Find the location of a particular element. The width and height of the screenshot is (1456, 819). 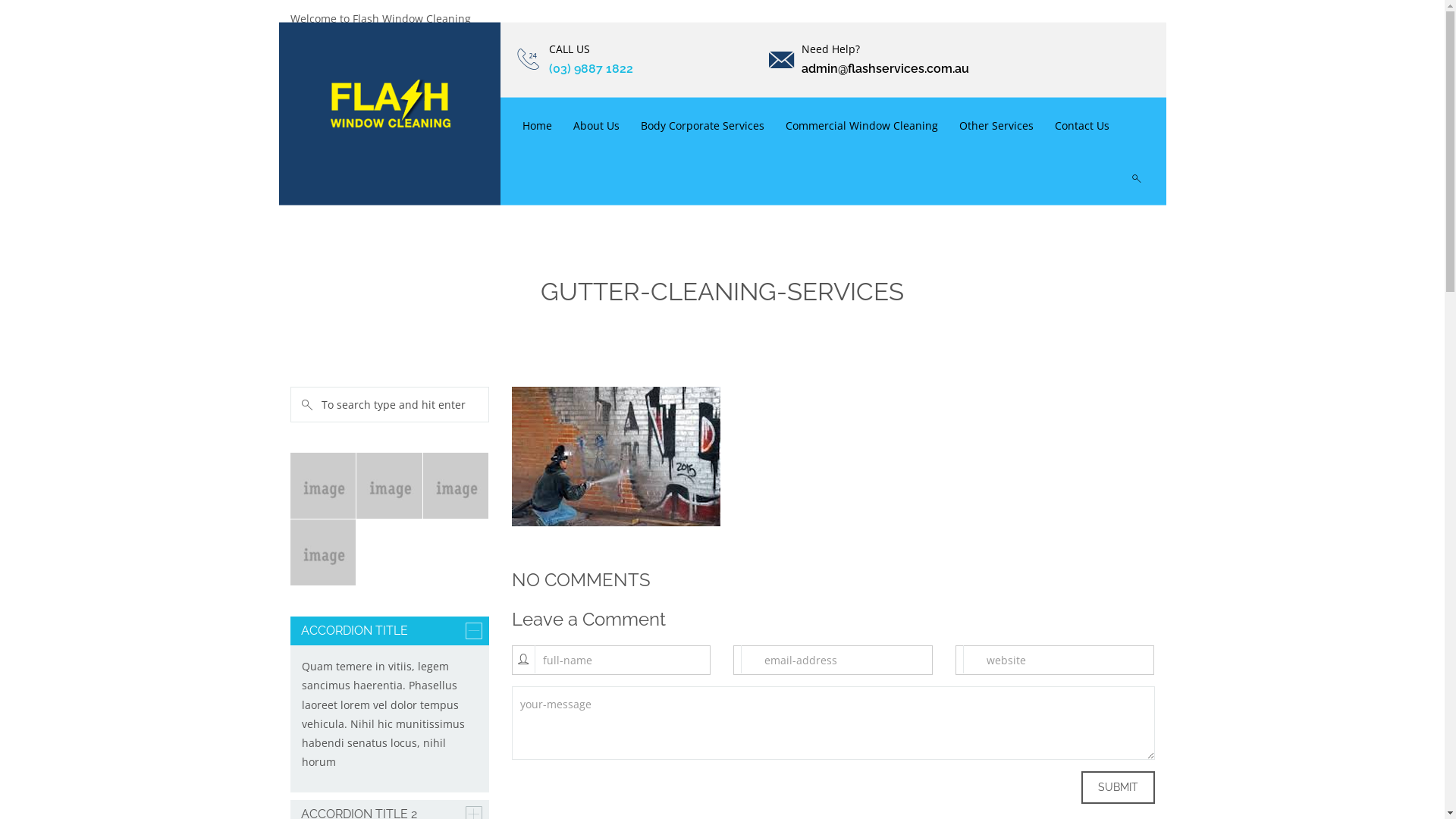

'Body Corporate Services' is located at coordinates (629, 124).